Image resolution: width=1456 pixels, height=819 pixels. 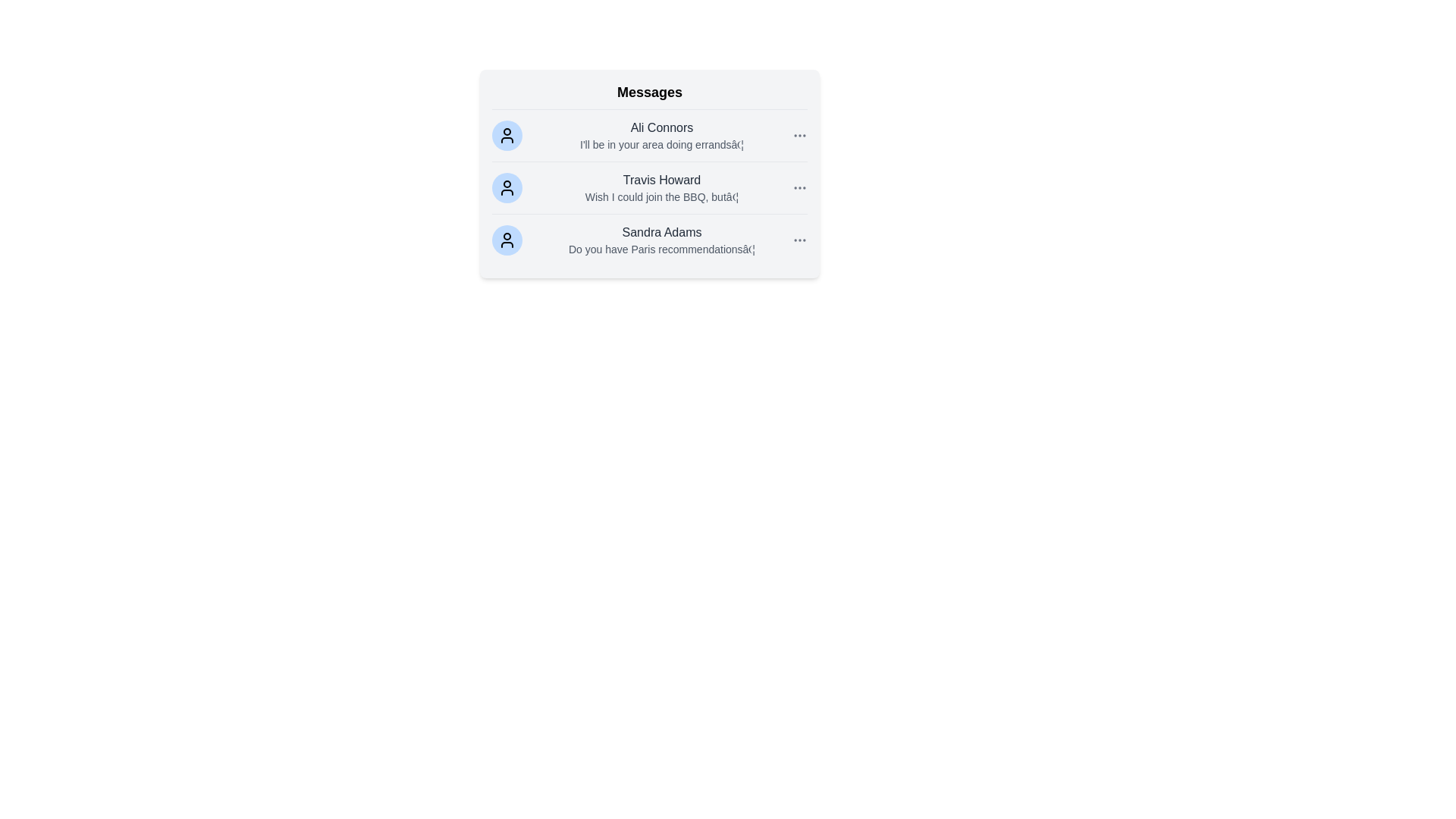 What do you see at coordinates (650, 239) in the screenshot?
I see `the conversation overview list item for 'Sandra Adams'` at bounding box center [650, 239].